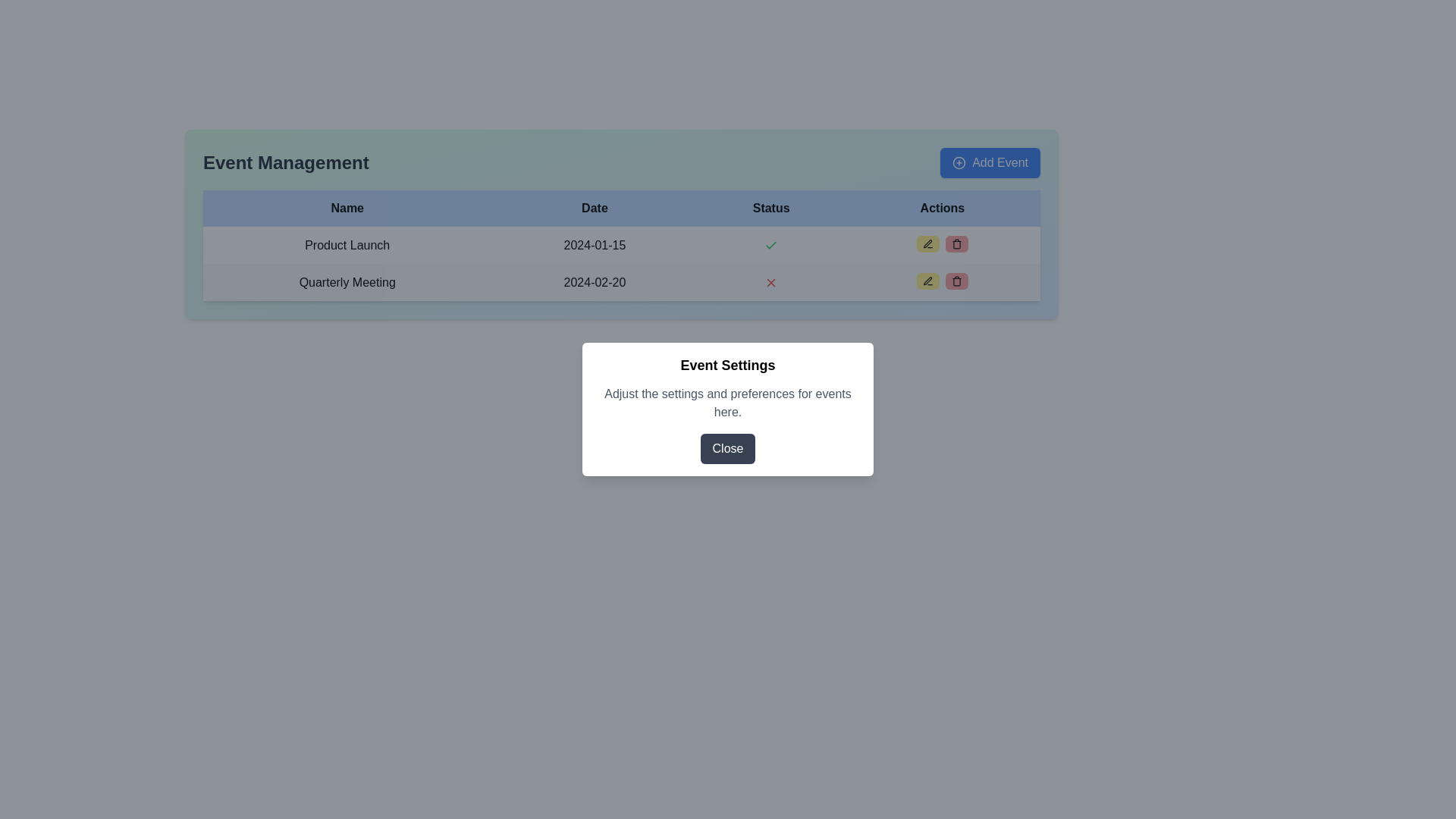  What do you see at coordinates (959, 163) in the screenshot?
I see `the vector graphic icon located to the left of the 'Add Event' button, which is a blue rectangle with rounded edges in the 'Event Management' panel` at bounding box center [959, 163].